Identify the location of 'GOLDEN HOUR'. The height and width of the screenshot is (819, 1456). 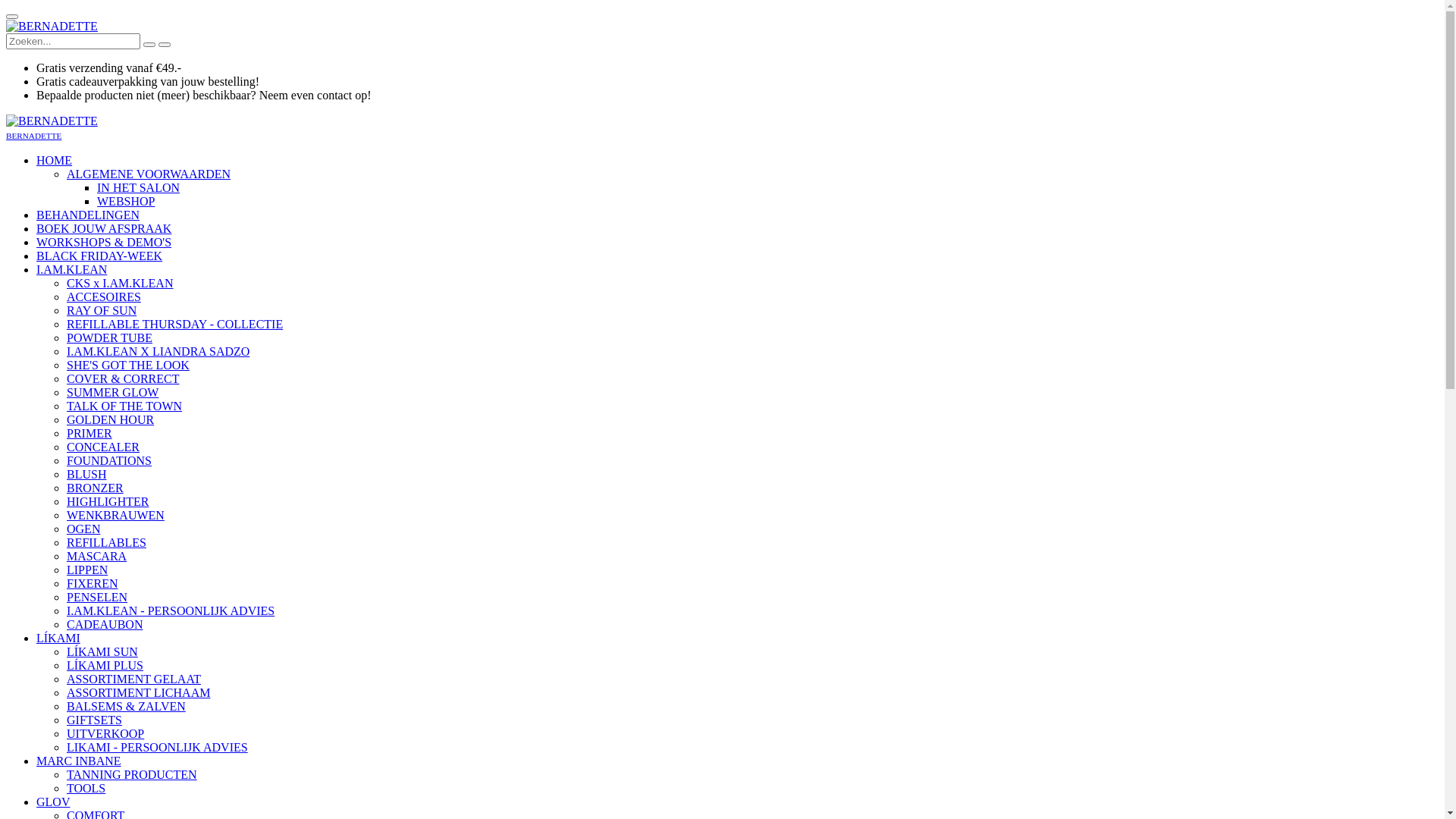
(109, 419).